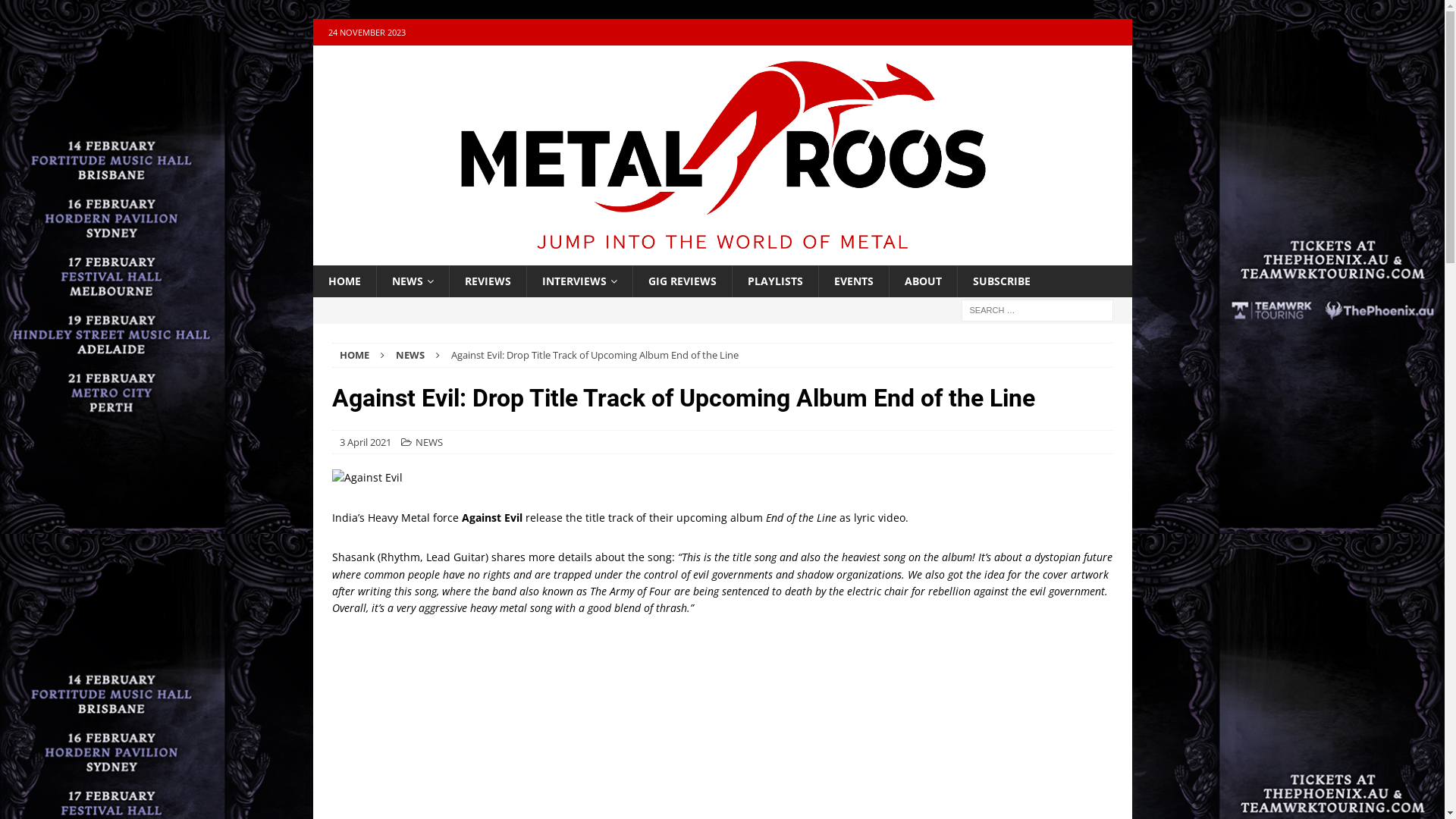  What do you see at coordinates (731, 281) in the screenshot?
I see `'PLAYLISTS'` at bounding box center [731, 281].